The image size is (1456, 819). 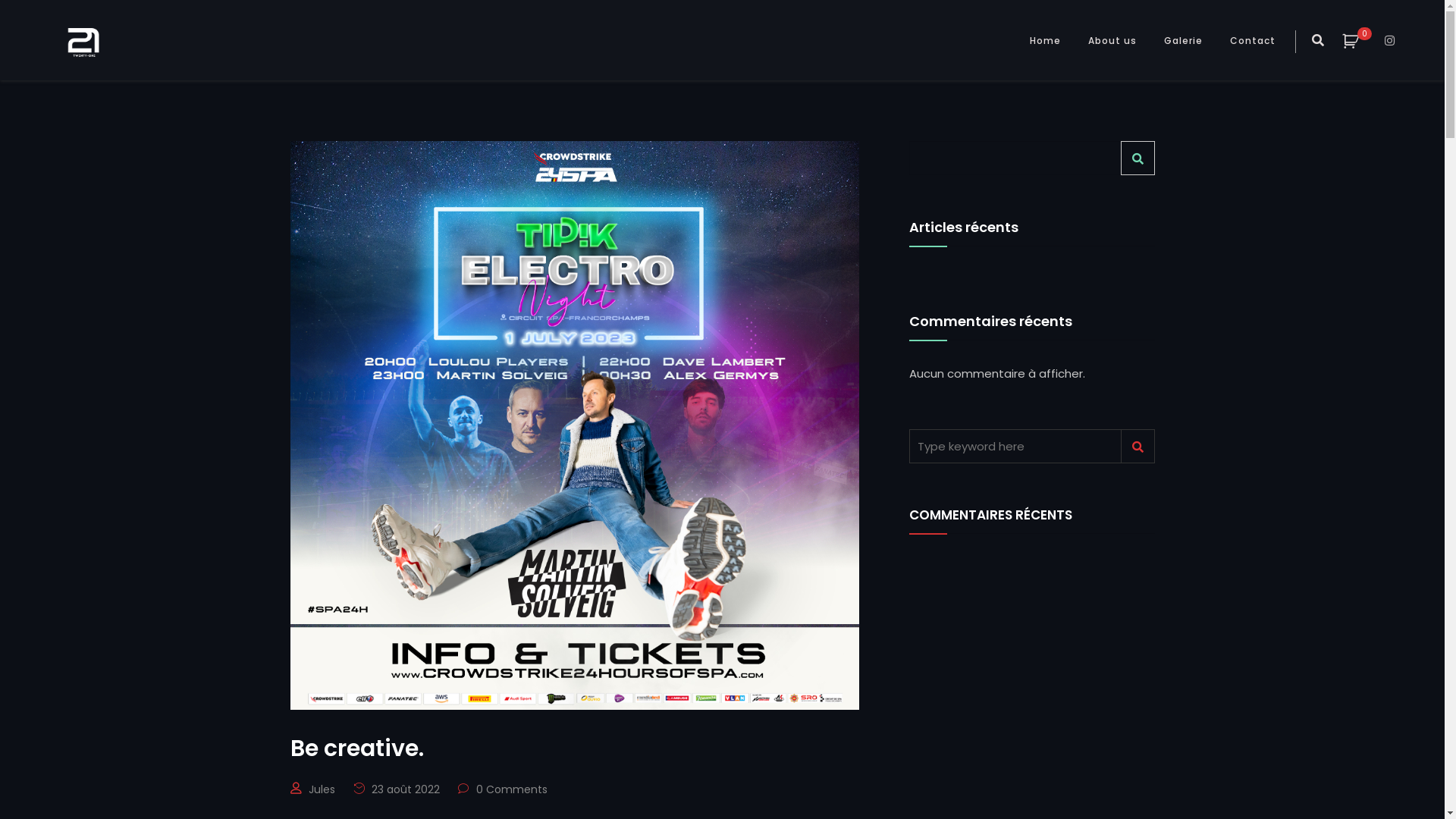 I want to click on 'Jules', so click(x=320, y=789).